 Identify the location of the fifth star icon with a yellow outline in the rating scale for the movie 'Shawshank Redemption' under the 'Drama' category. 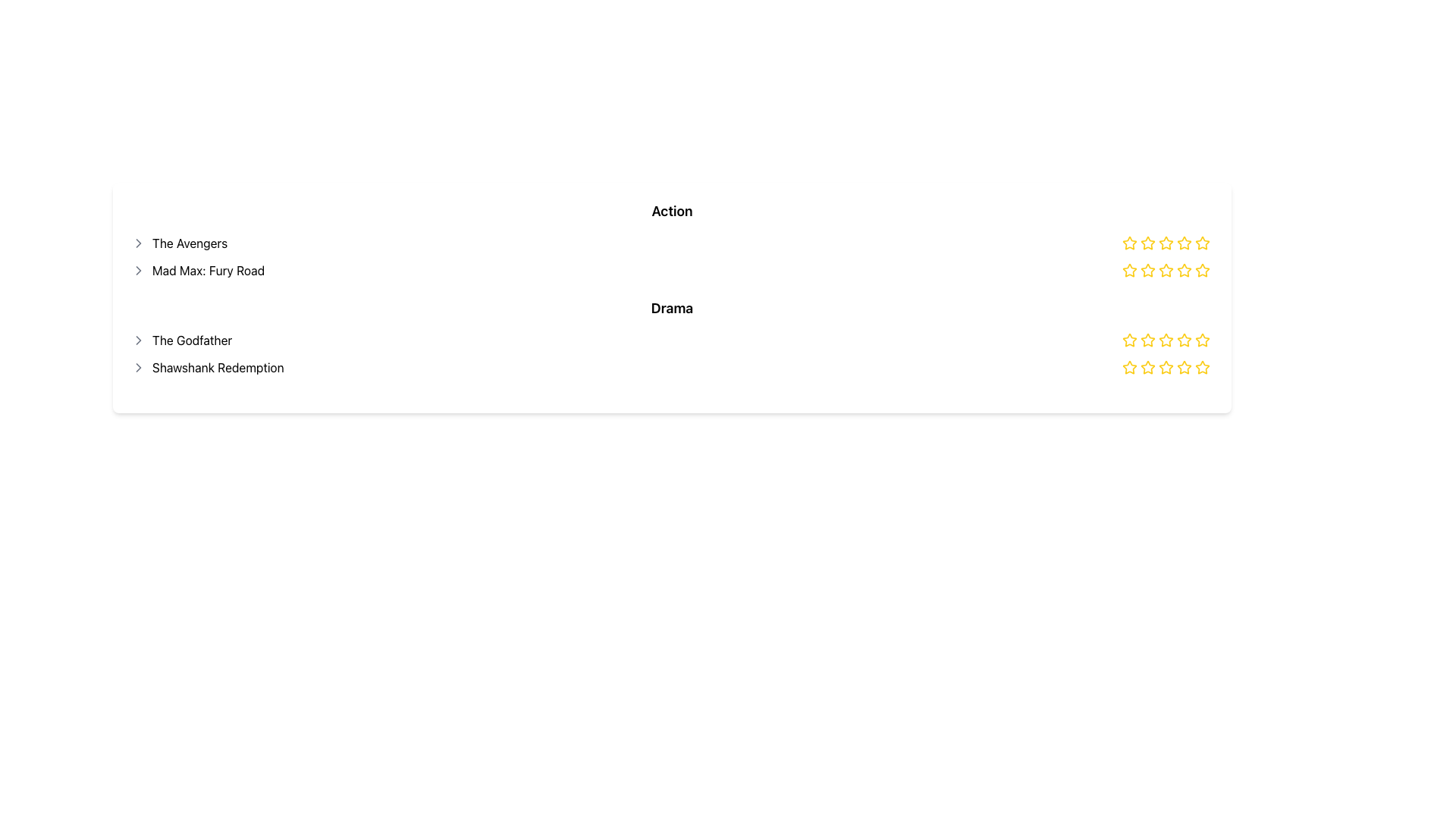
(1201, 368).